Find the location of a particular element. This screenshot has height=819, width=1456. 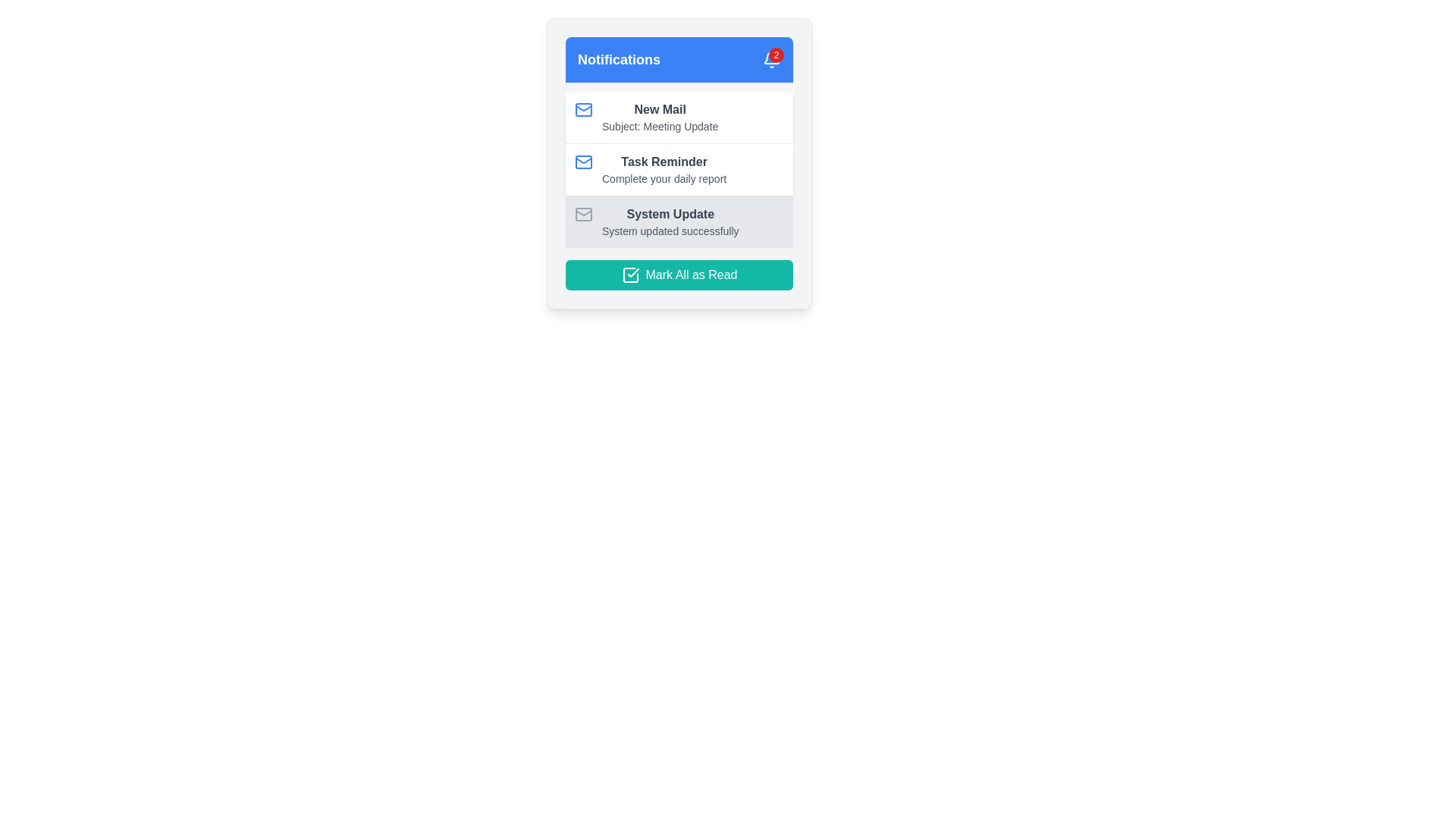

the text label within the button at the bottom of the notification panel is located at coordinates (691, 275).